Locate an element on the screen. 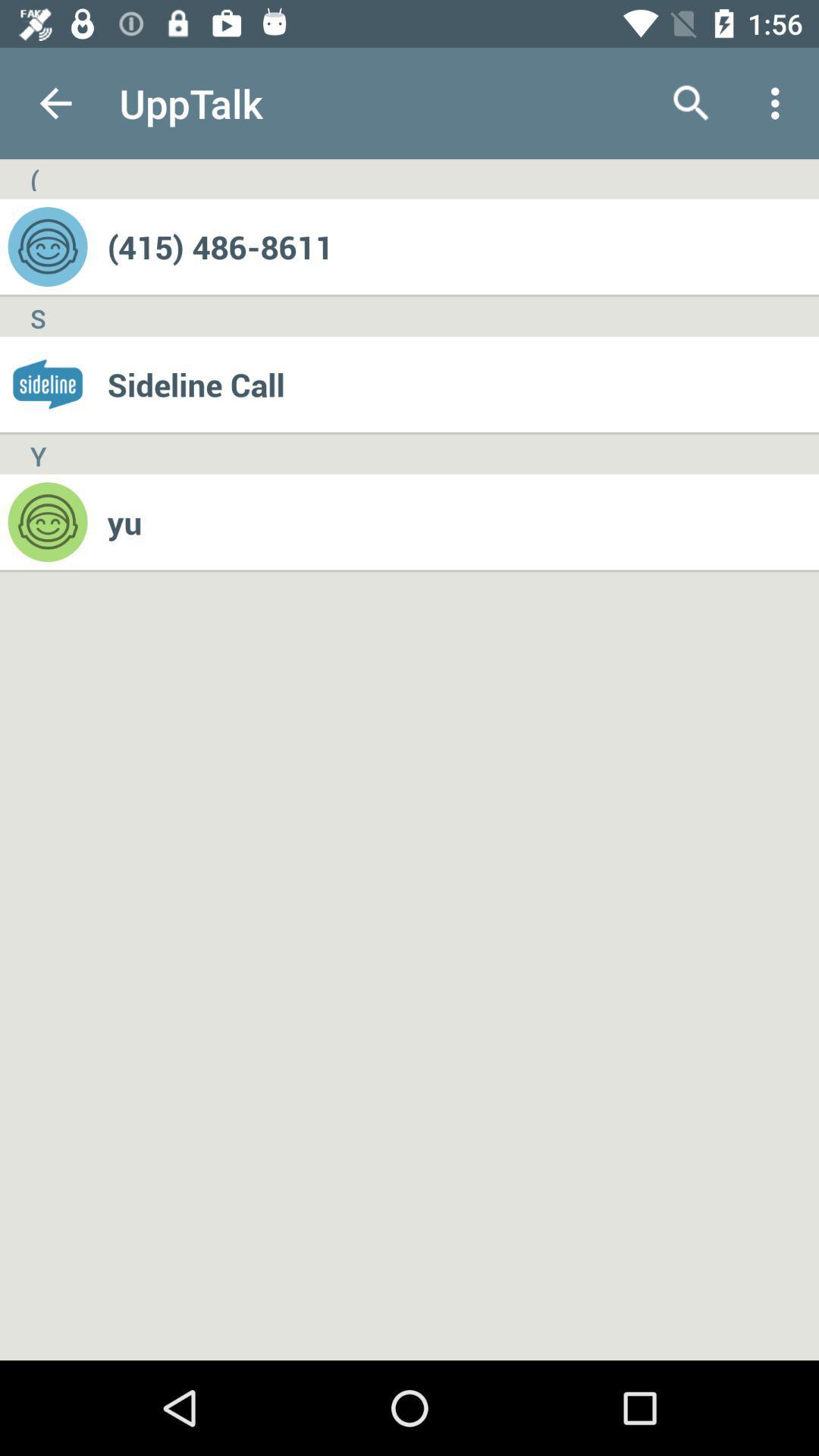  app next to the upptalk app is located at coordinates (55, 102).